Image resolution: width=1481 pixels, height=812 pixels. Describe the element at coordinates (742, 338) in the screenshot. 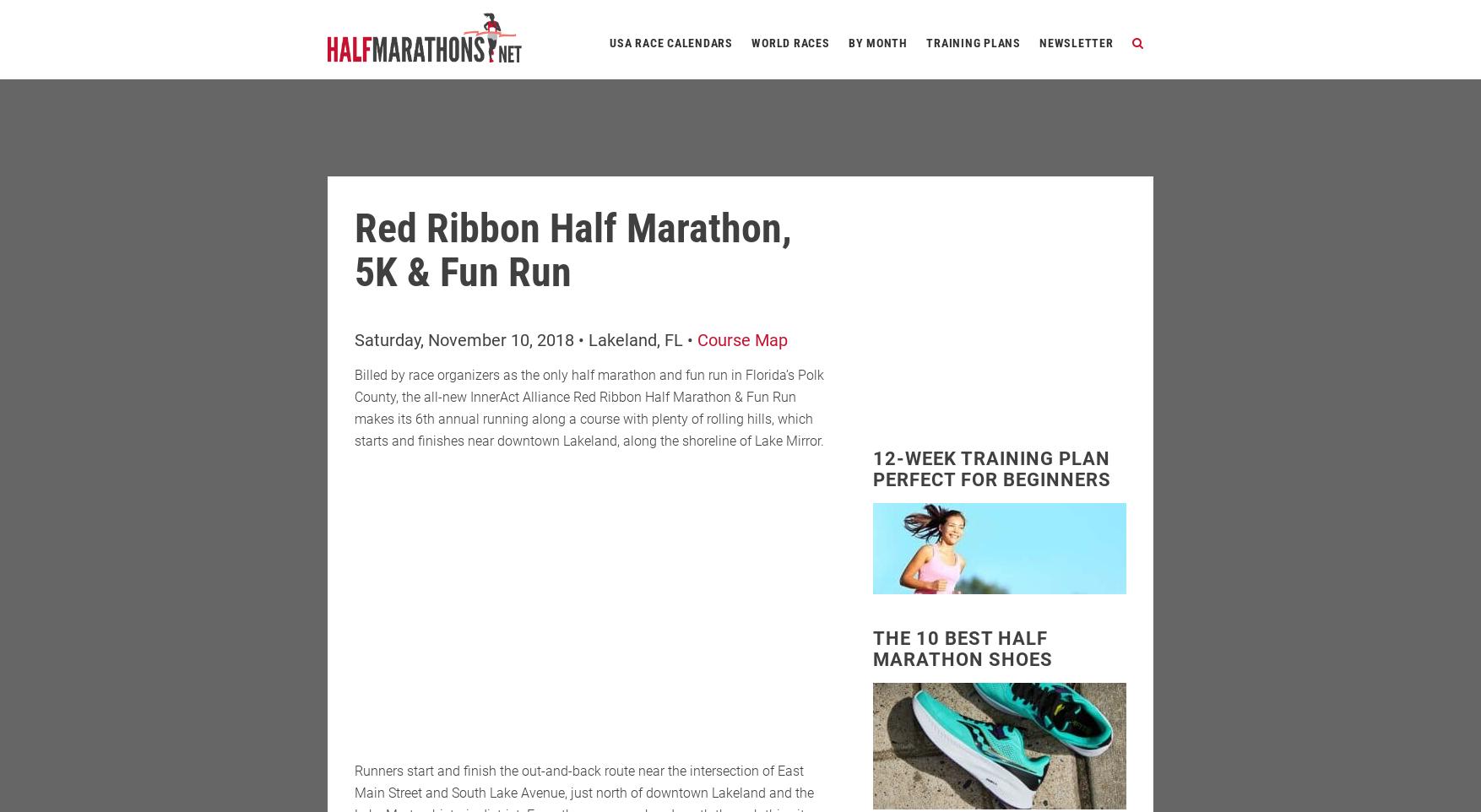

I see `'Course Map'` at that location.